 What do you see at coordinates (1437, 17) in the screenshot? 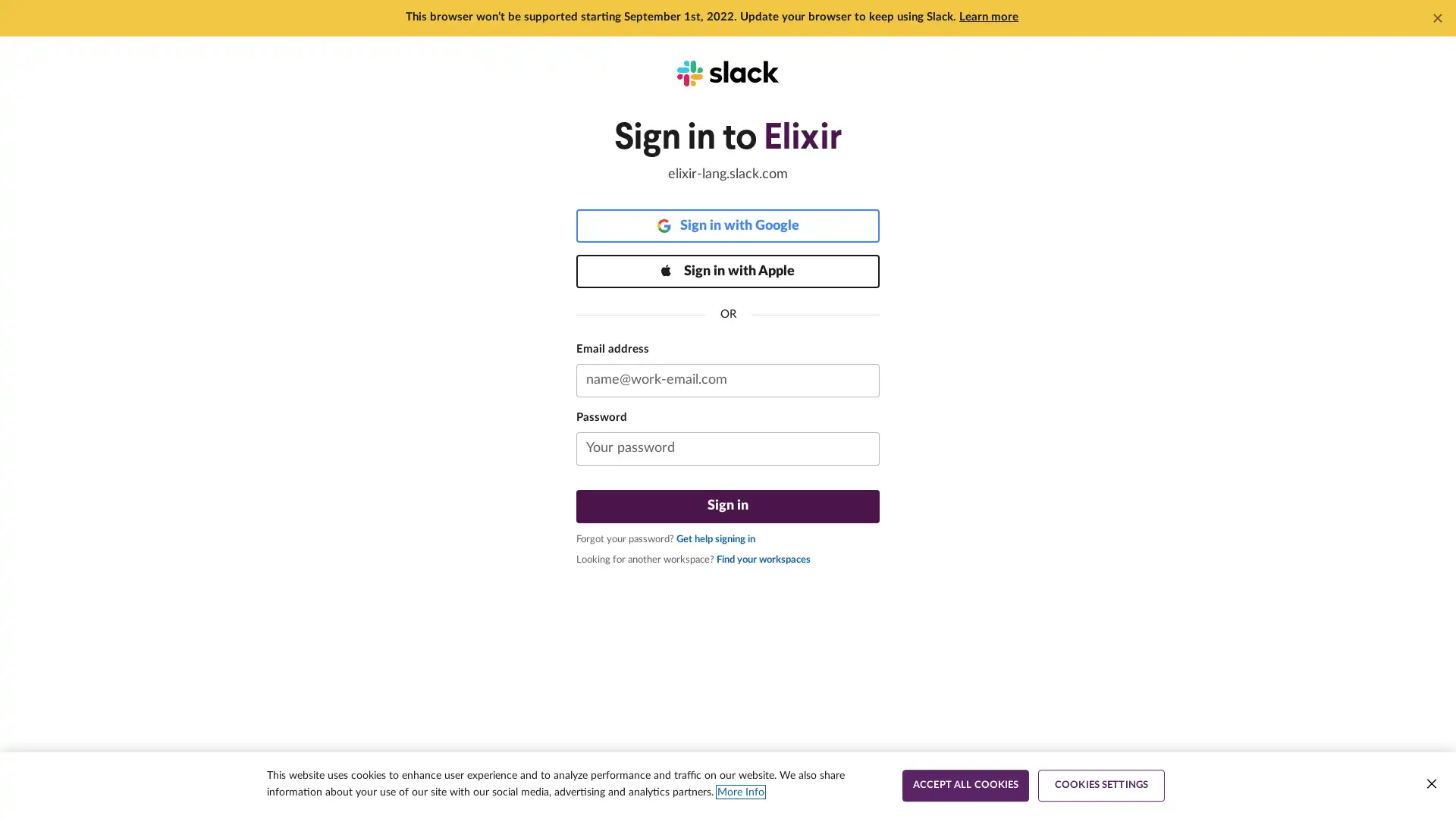
I see `Dismiss` at bounding box center [1437, 17].